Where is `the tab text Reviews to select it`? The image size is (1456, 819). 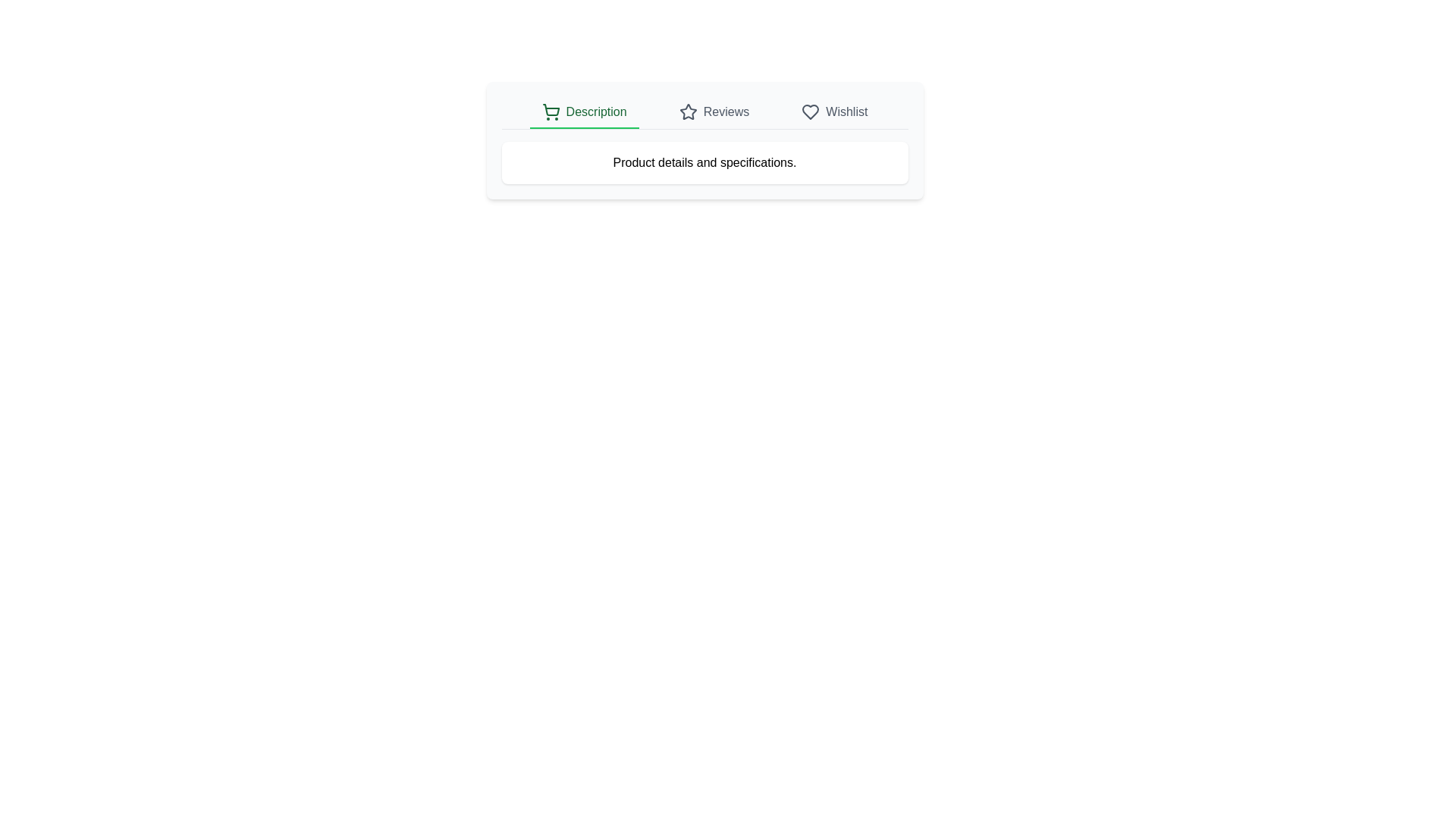
the tab text Reviews to select it is located at coordinates (713, 112).